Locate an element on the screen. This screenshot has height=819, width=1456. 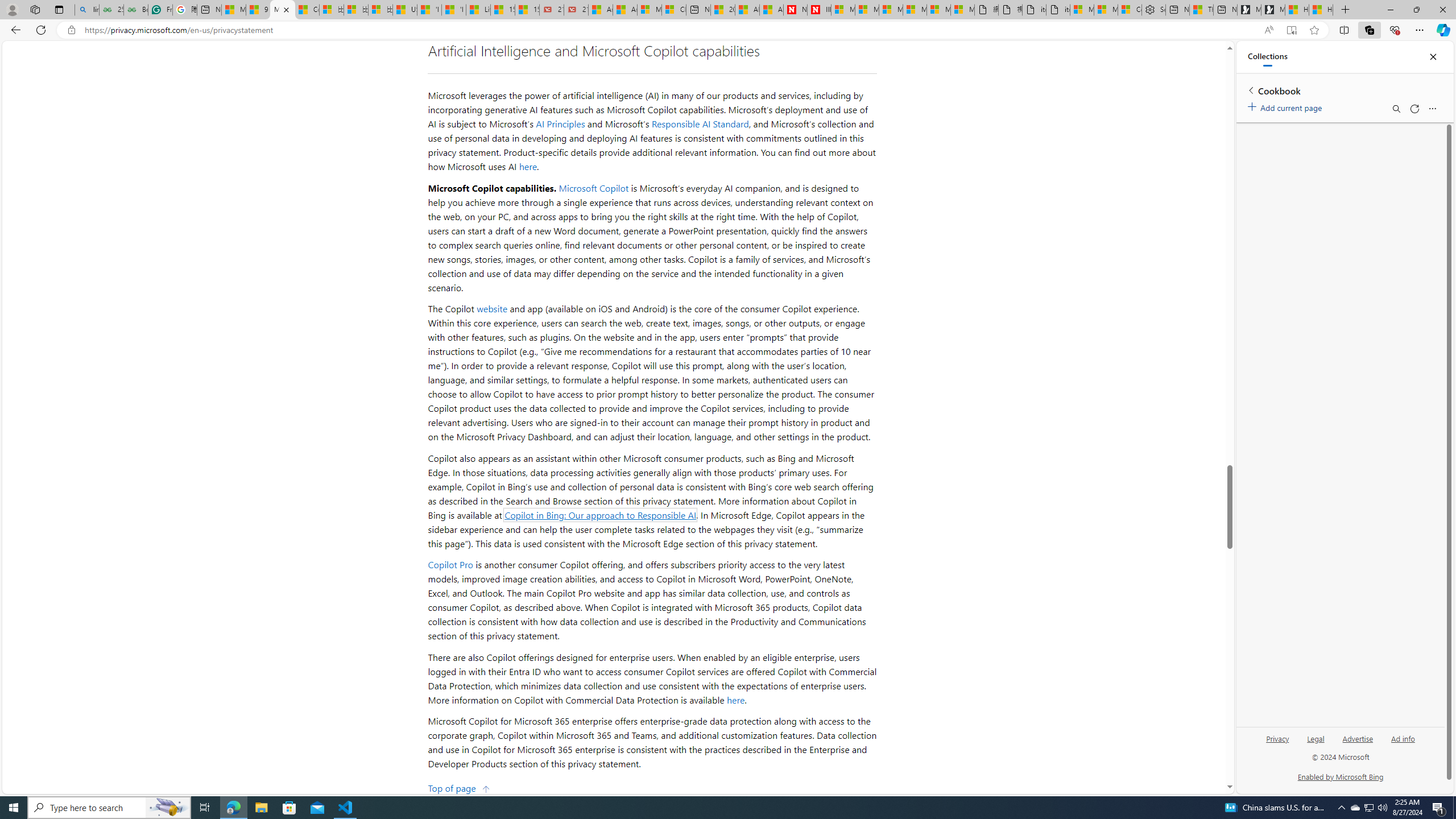
'website' is located at coordinates (491, 308).